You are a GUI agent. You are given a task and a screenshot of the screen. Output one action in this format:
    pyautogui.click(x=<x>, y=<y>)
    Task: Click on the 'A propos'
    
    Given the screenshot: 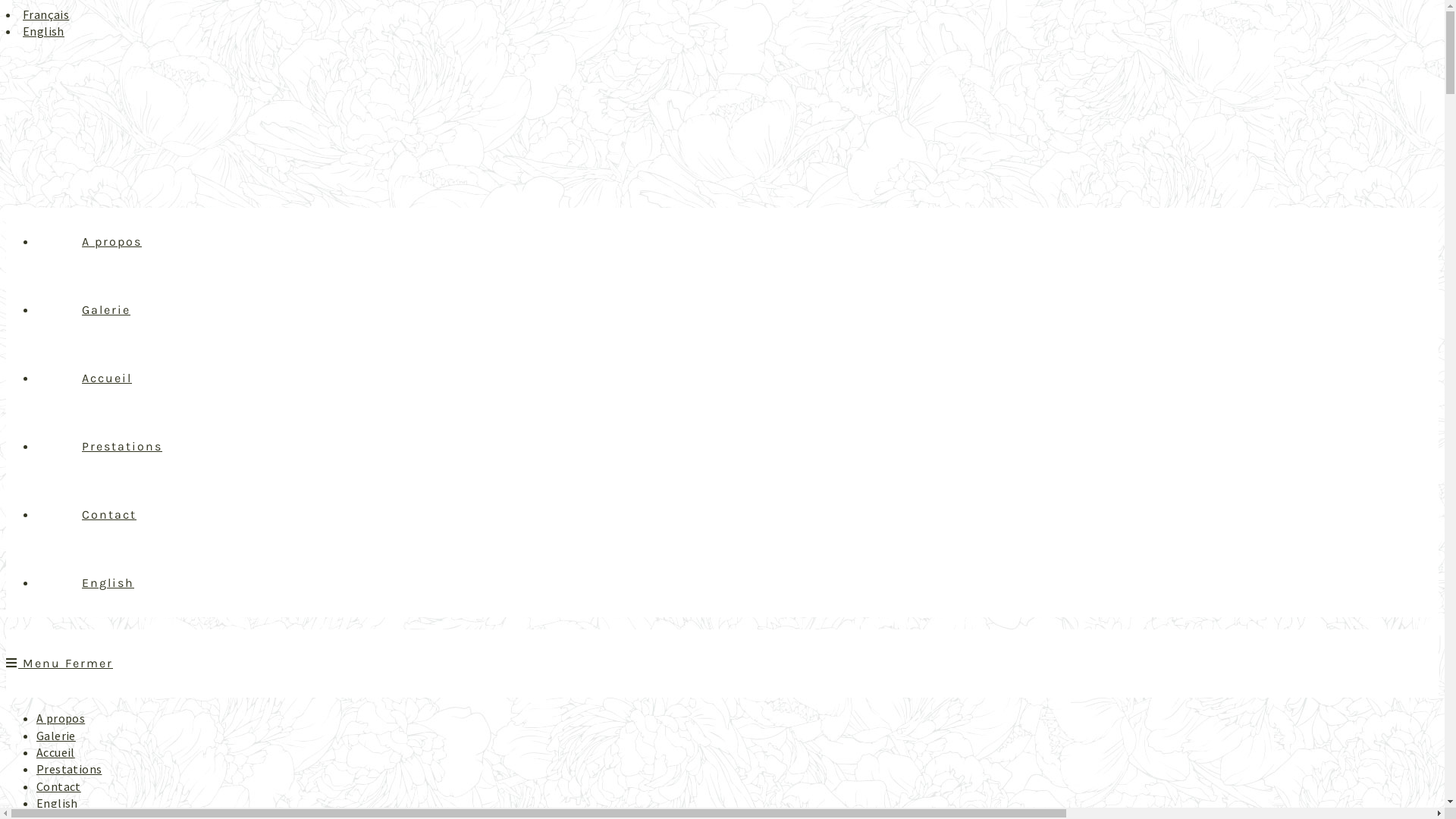 What is the action you would take?
    pyautogui.click(x=61, y=717)
    